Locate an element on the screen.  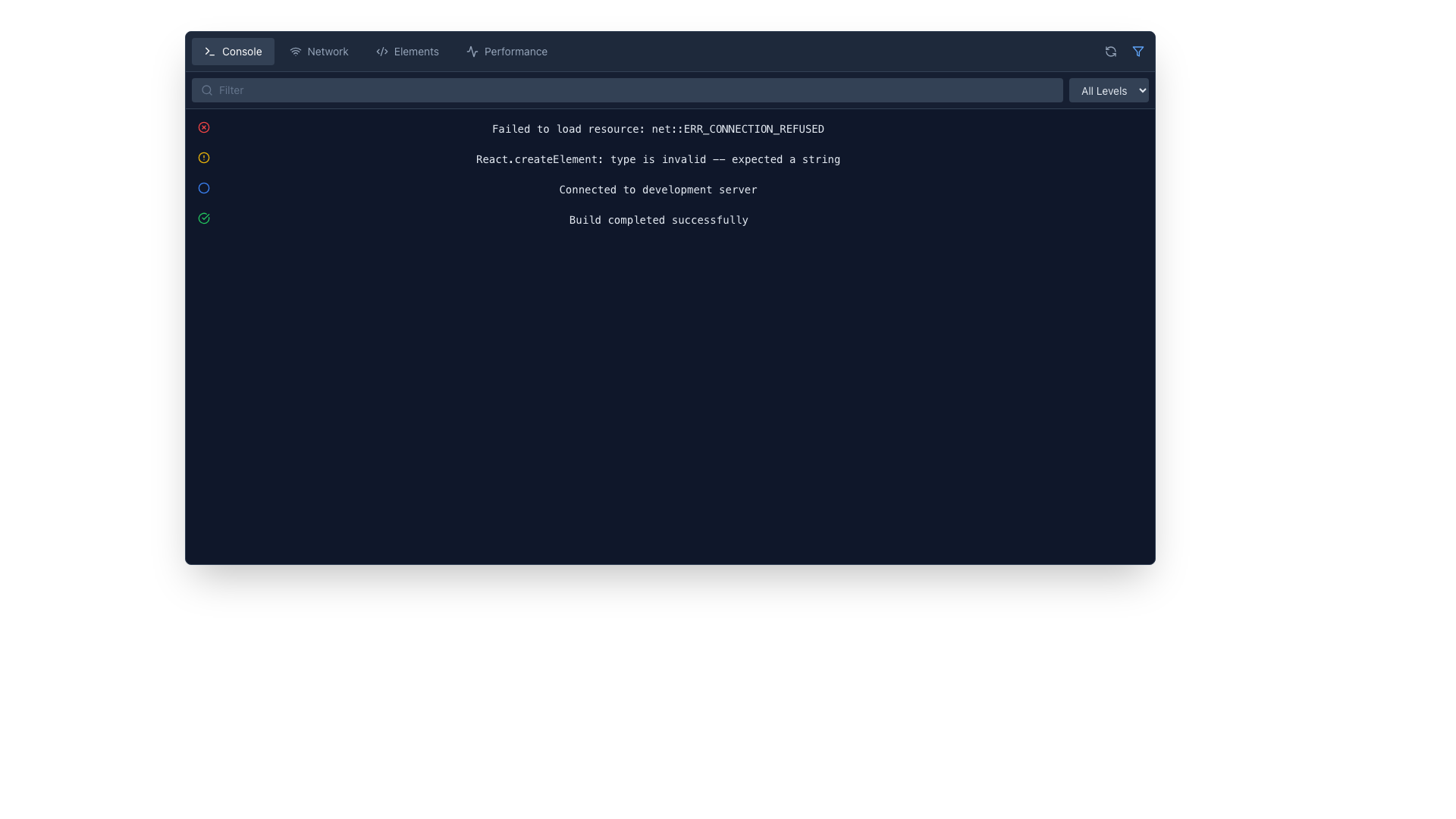
the 'Elements' navigation menu item, which is the third tab located between the 'Network' and 'Performance' tabs is located at coordinates (375, 51).